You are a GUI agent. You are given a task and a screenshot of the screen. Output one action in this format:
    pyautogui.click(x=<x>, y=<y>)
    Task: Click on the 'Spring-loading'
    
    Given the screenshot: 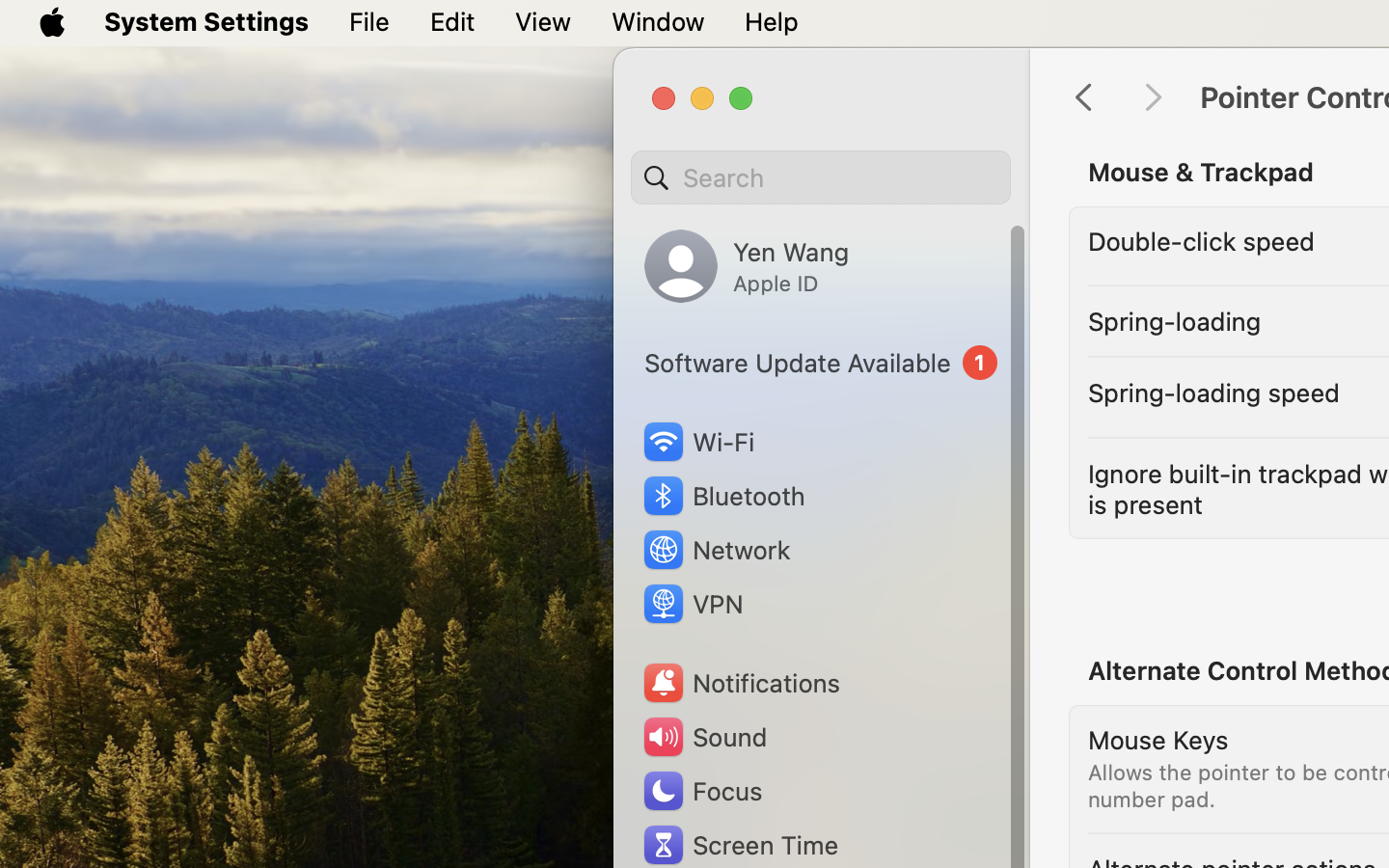 What is the action you would take?
    pyautogui.click(x=1173, y=319)
    